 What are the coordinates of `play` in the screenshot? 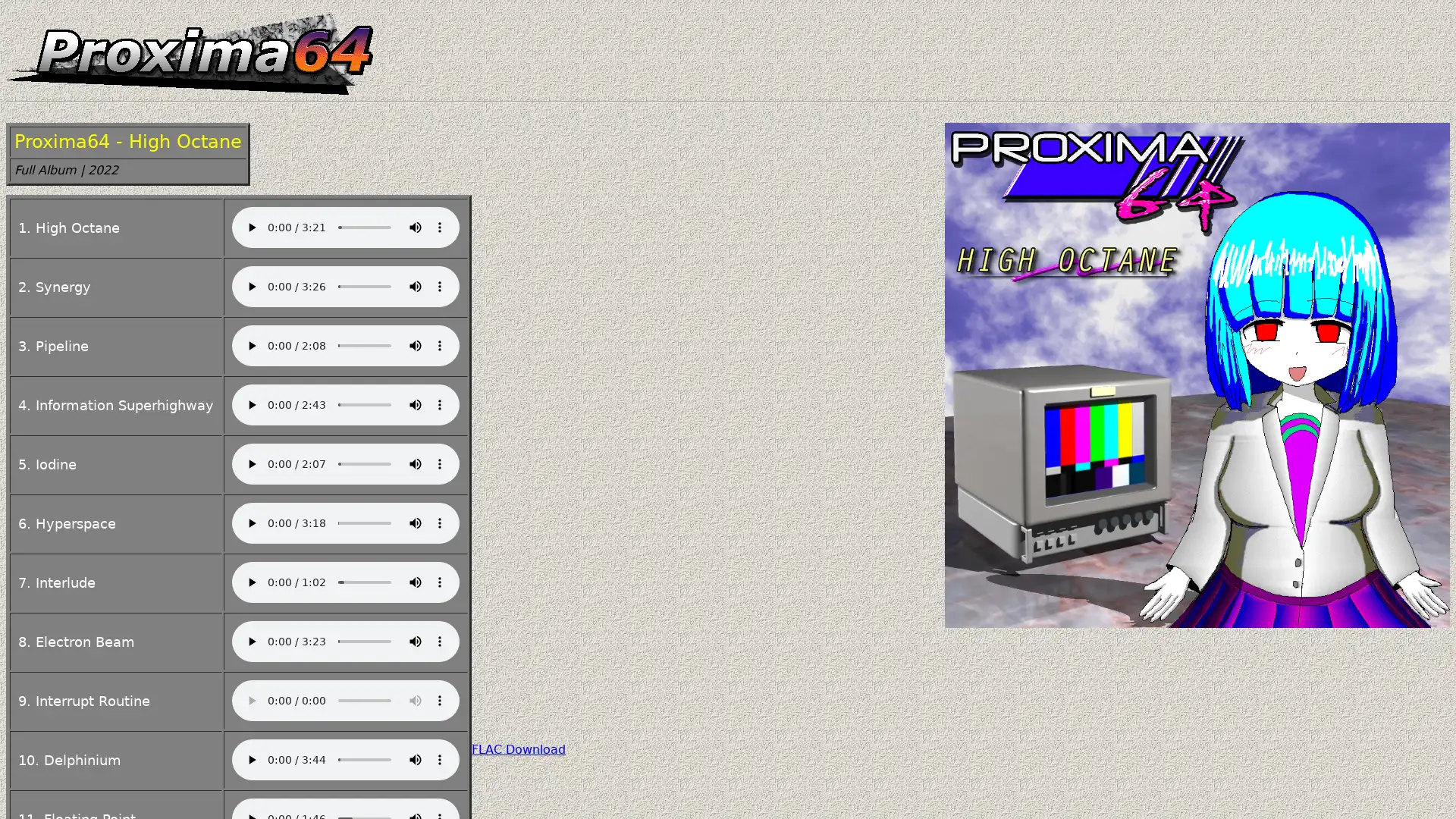 It's located at (251, 701).